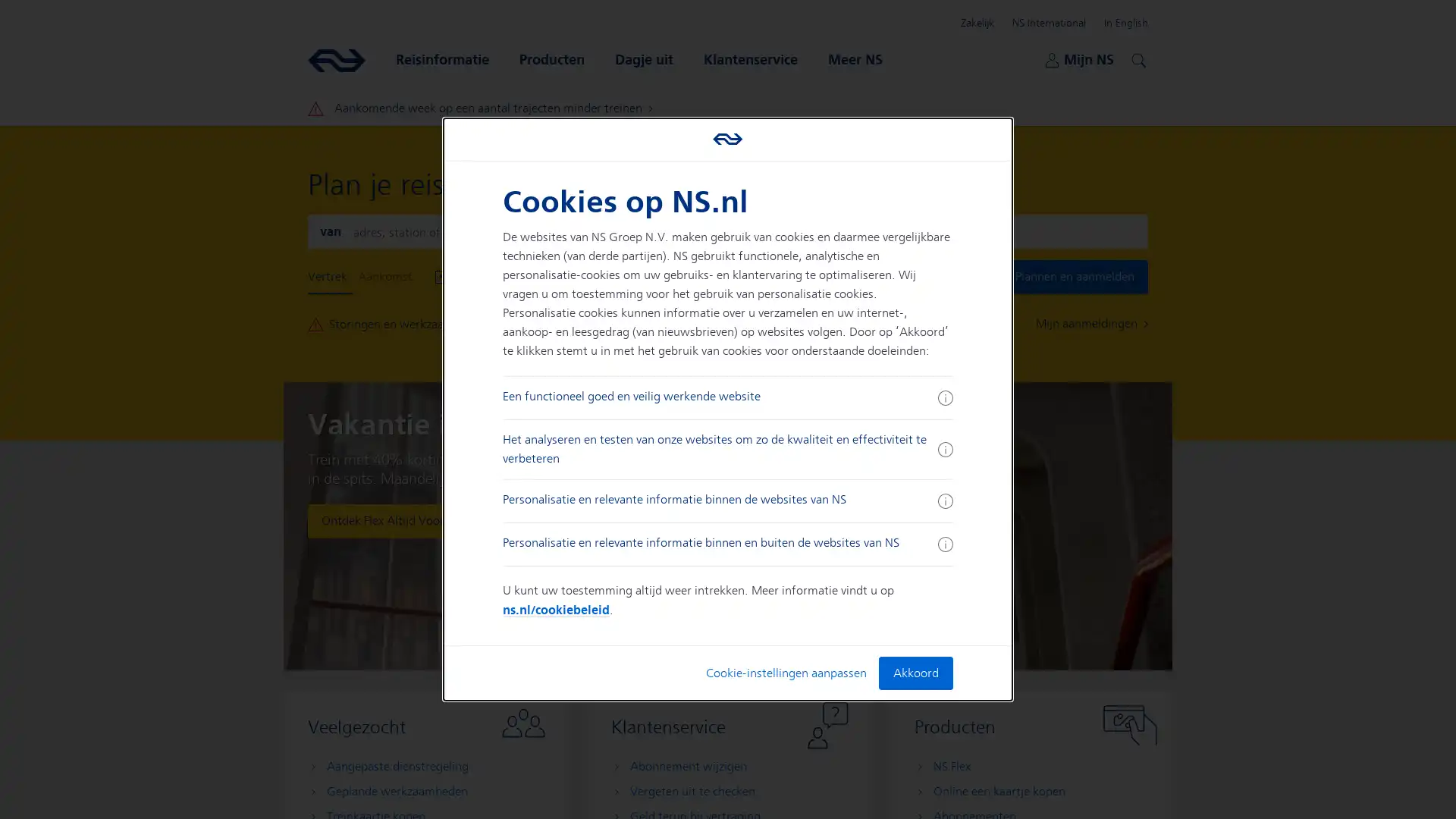 This screenshot has height=819, width=1456. Describe the element at coordinates (750, 58) in the screenshot. I see `Klantenservice Open submenu` at that location.